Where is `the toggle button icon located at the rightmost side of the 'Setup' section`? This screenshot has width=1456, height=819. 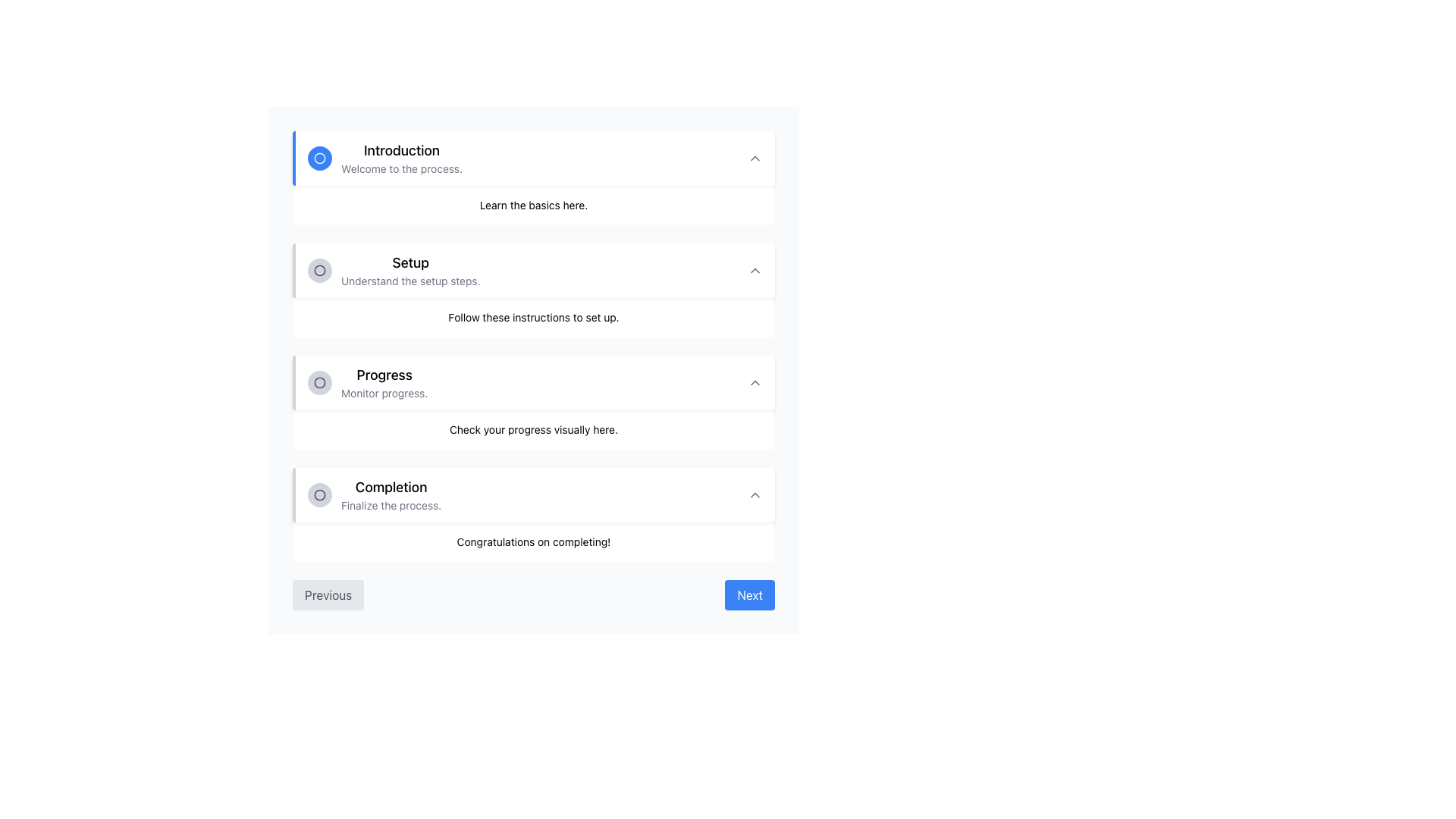 the toggle button icon located at the rightmost side of the 'Setup' section is located at coordinates (755, 270).